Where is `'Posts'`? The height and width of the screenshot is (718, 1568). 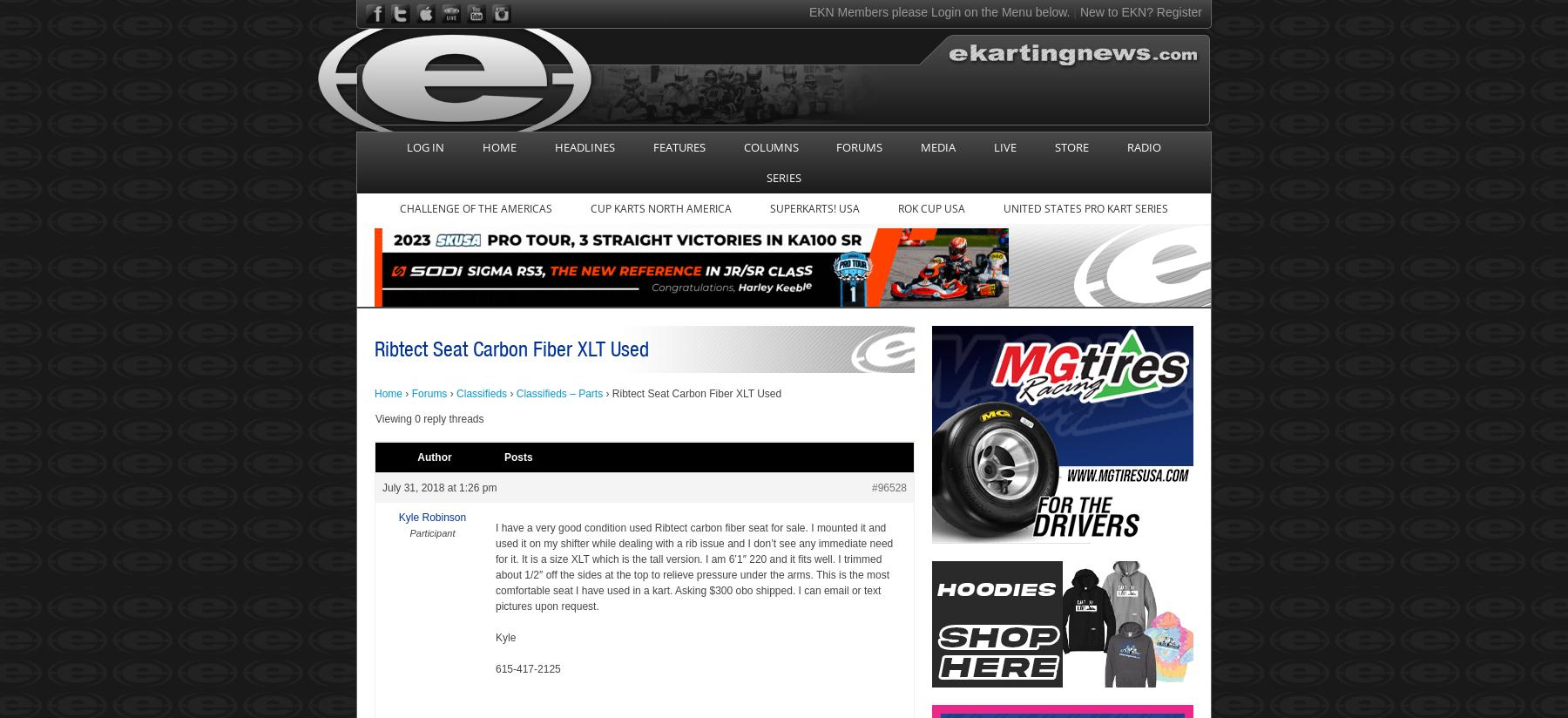
'Posts' is located at coordinates (518, 456).